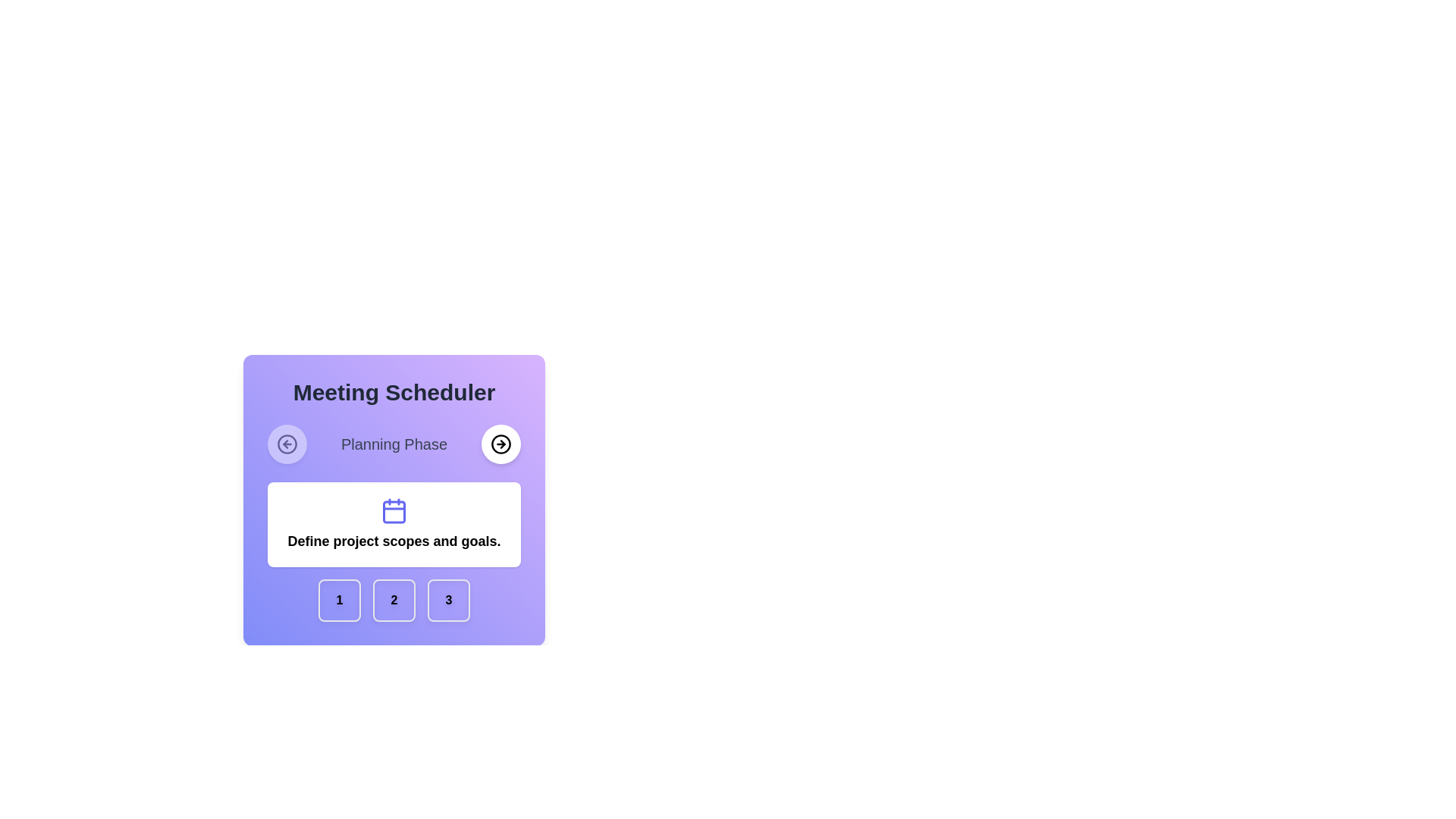  I want to click on the circular button with a white background and a black arrow icon pointing, so click(501, 444).